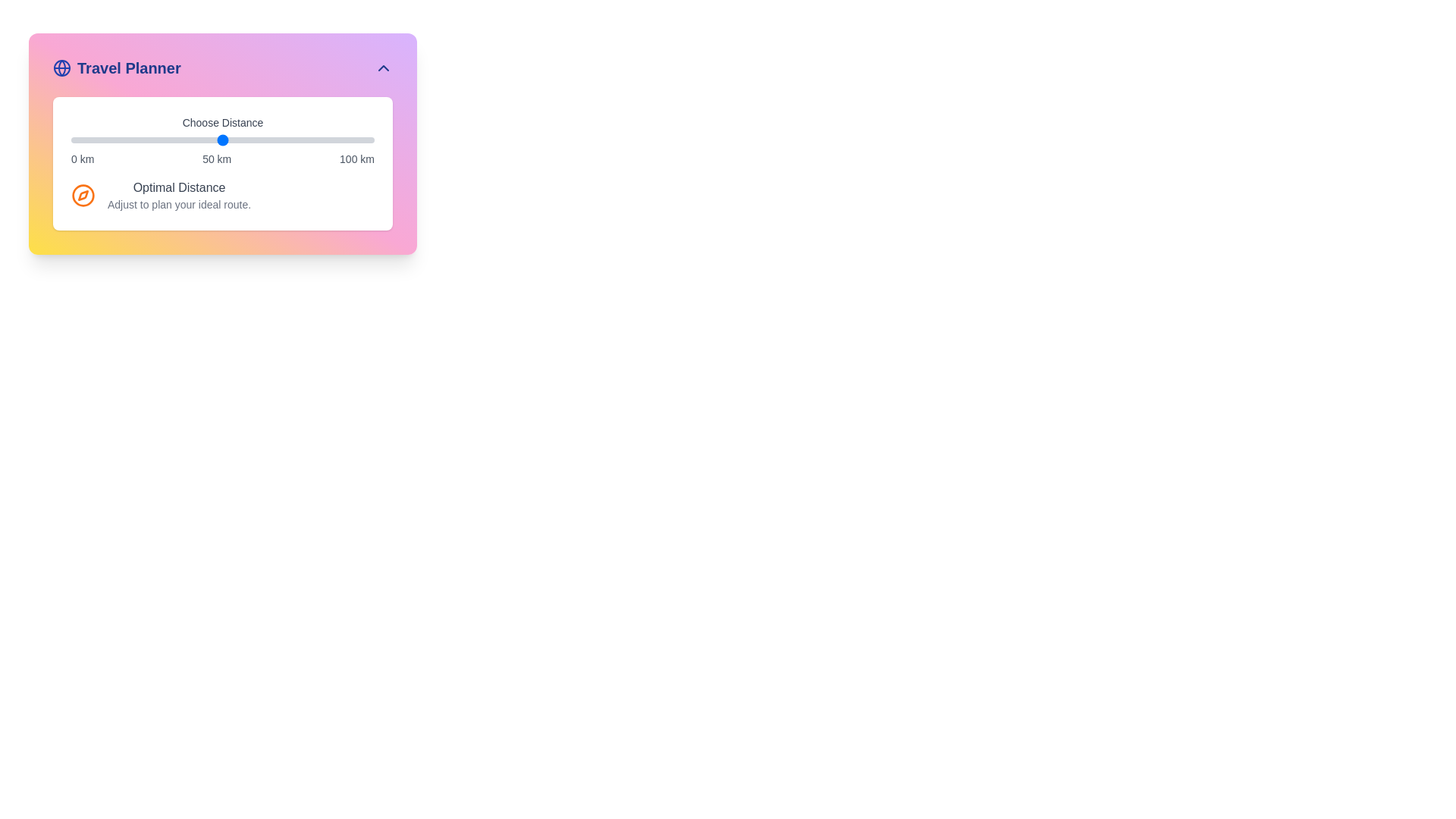 This screenshot has height=819, width=1456. I want to click on the 'Optimal Distance' icon located in the top-left part of the 'Travel Planner' card, so click(83, 195).